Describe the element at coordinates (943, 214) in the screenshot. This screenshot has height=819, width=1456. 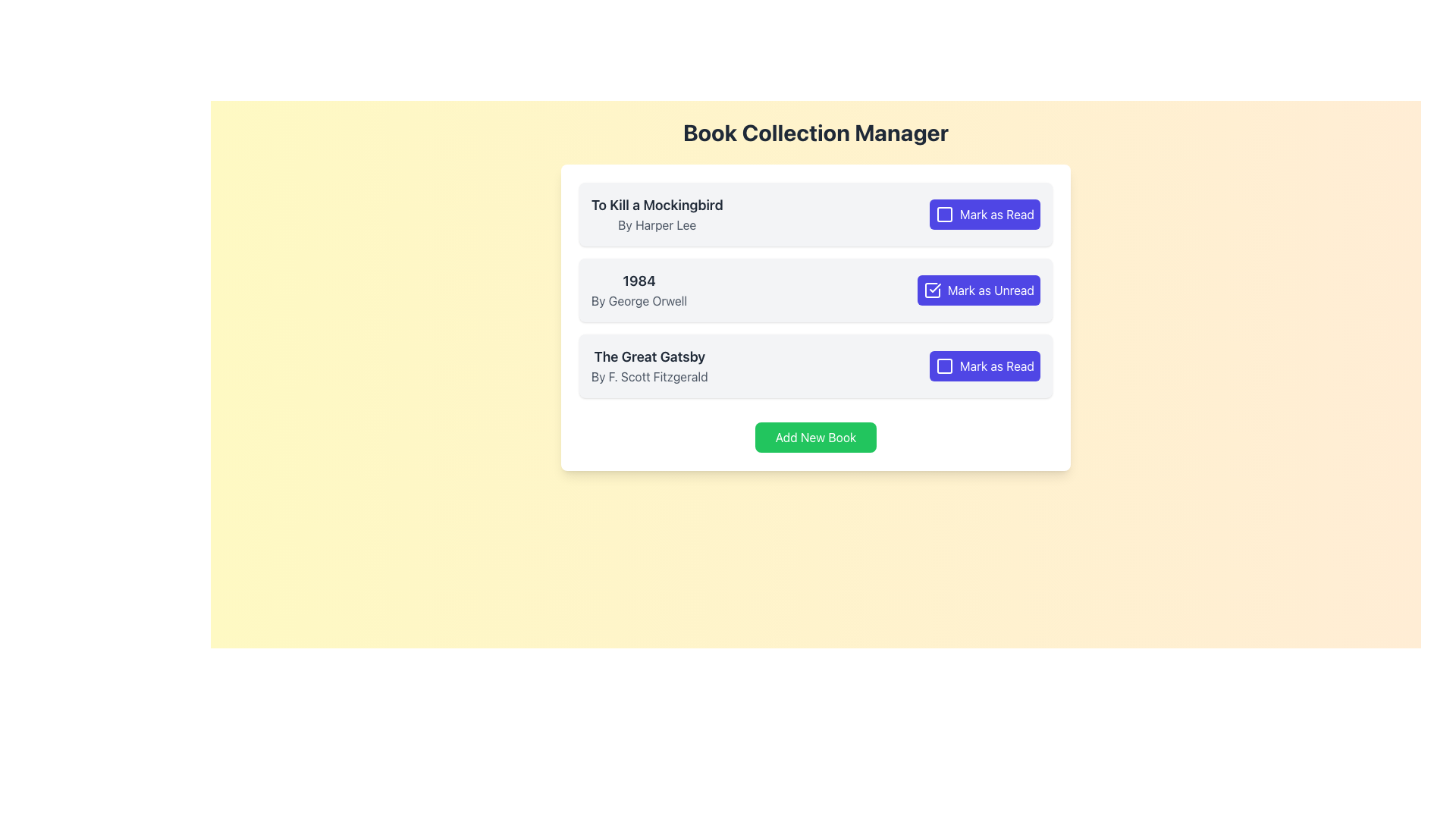
I see `the blue outlined square icon inside the 'Mark as Read' button for 'To Kill a Mockingbird'` at that location.